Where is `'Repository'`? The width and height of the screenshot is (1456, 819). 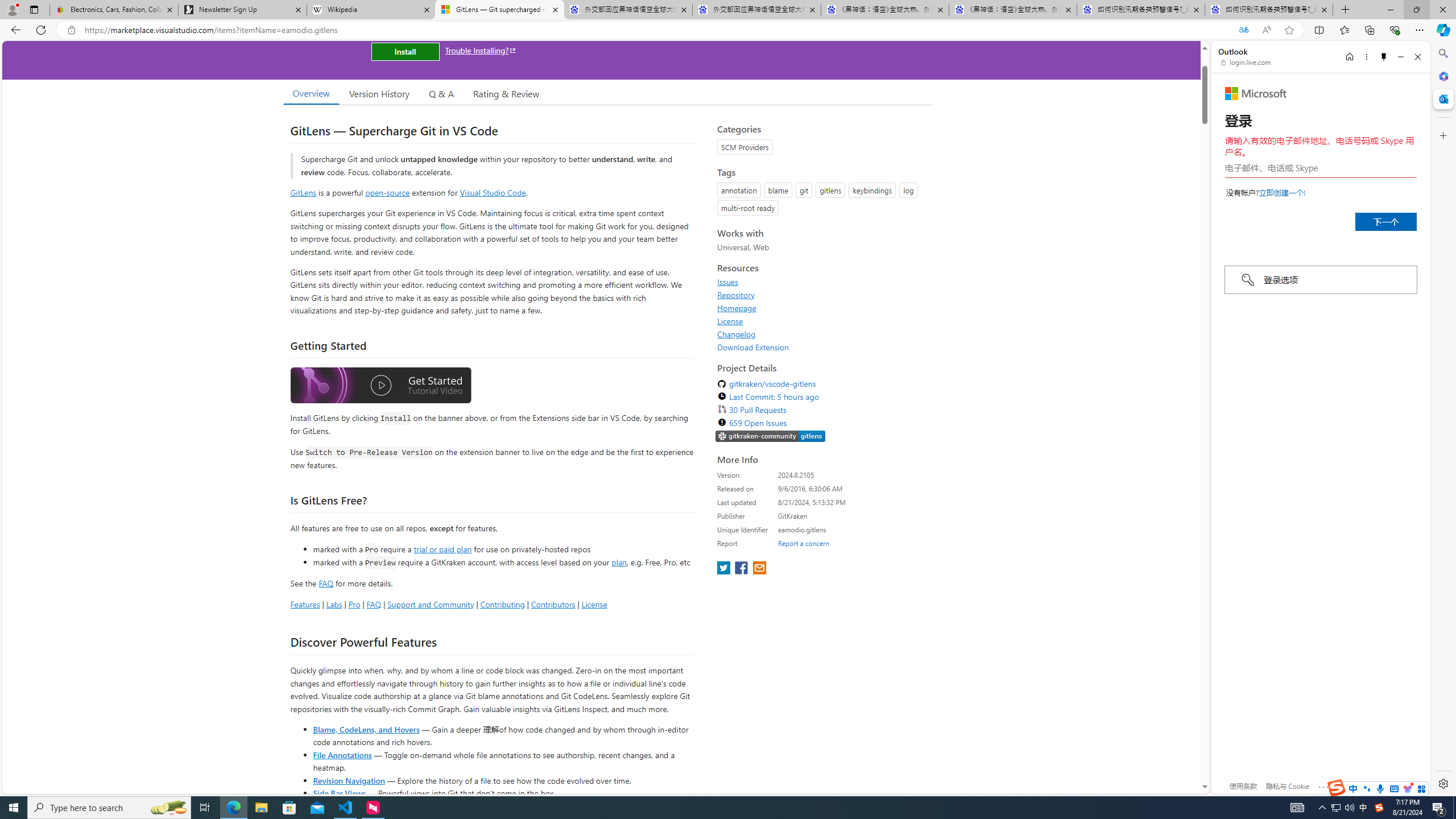 'Repository' is located at coordinates (821, 294).